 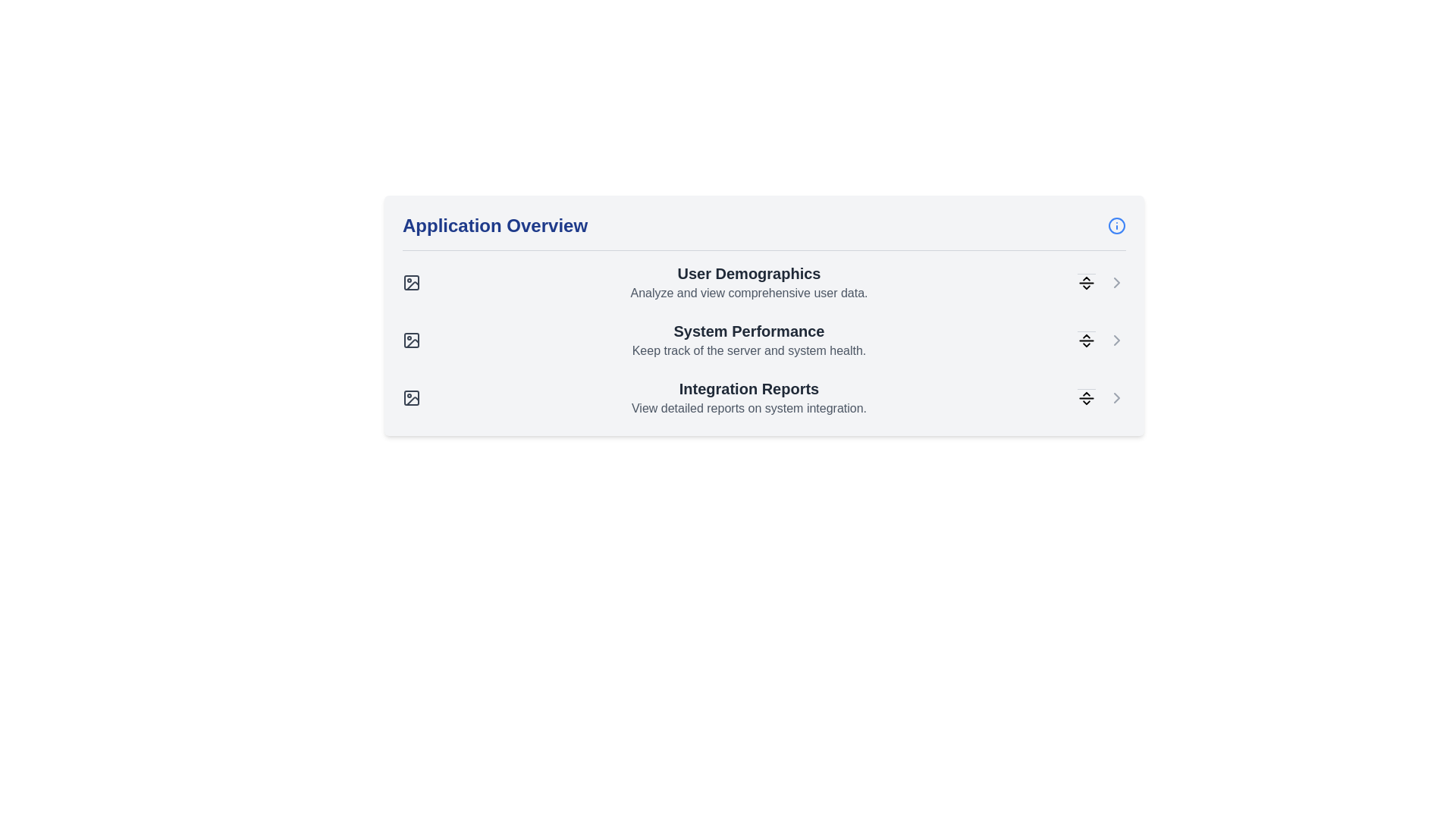 I want to click on description of the text block titled 'Integration Reports' which contains details about viewing system integration reports, so click(x=749, y=397).